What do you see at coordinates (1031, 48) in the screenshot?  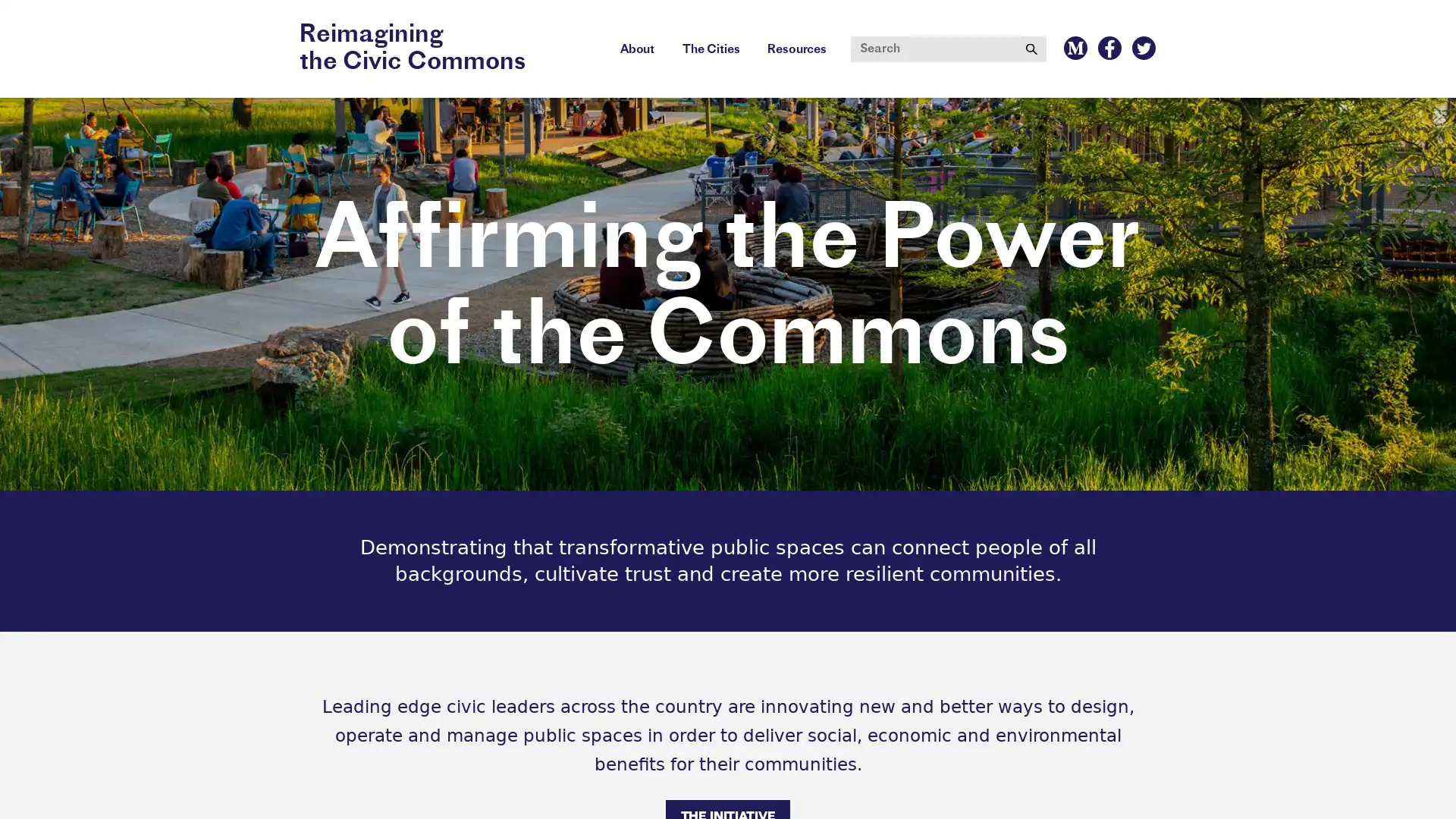 I see `Submit` at bounding box center [1031, 48].